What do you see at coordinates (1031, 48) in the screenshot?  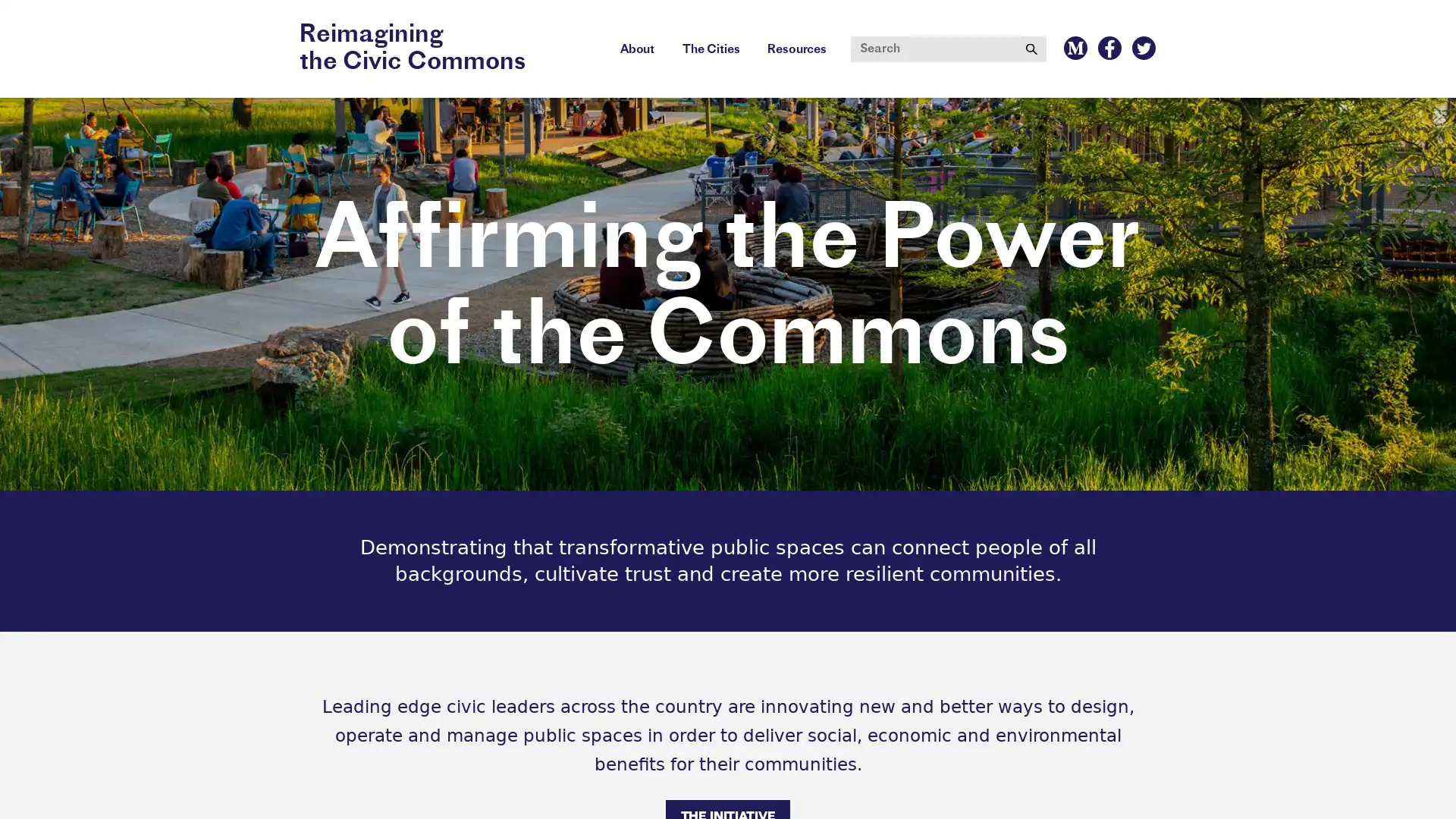 I see `Submit` at bounding box center [1031, 48].